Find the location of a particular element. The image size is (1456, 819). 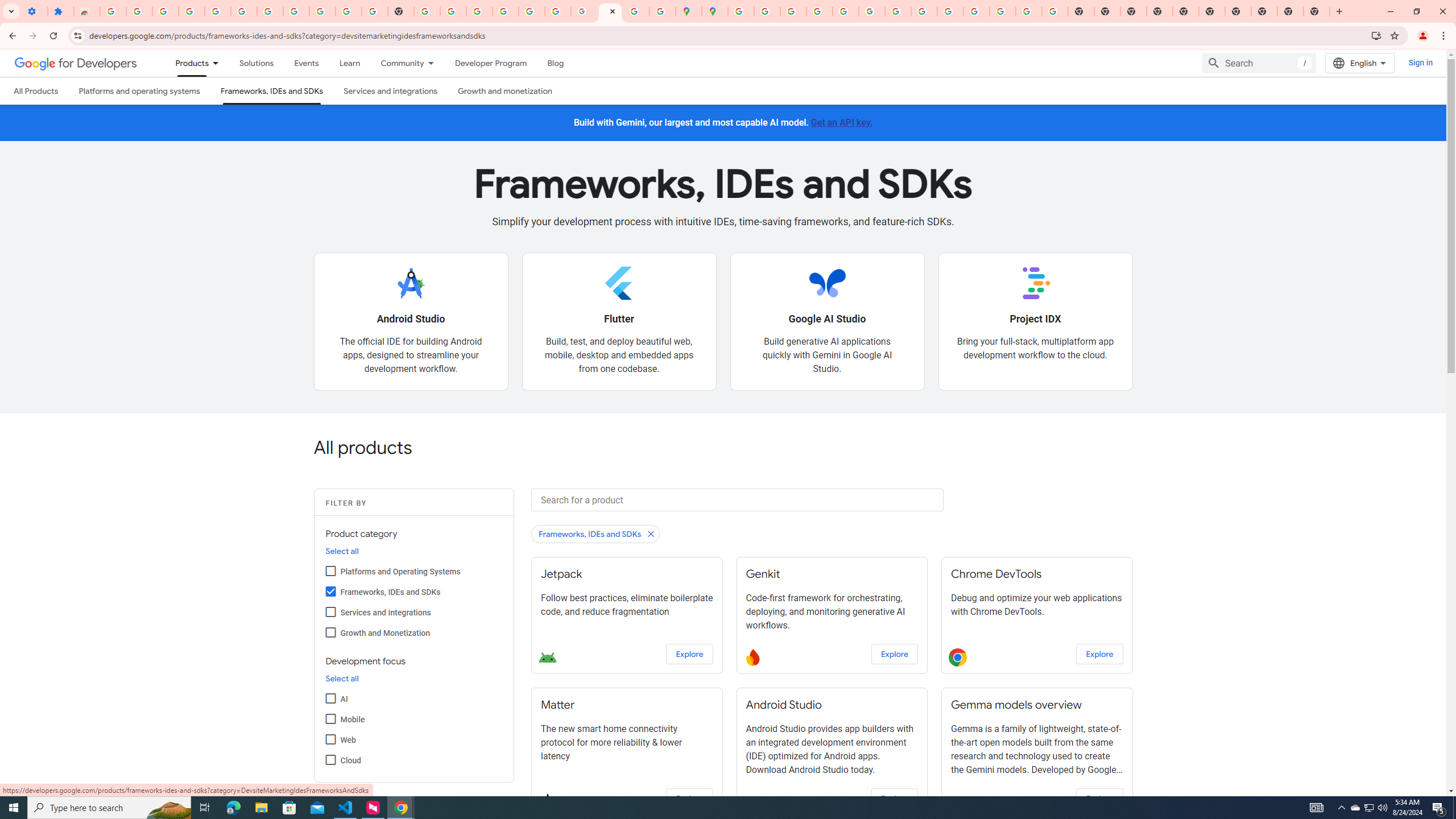

'Delete photos & videos - Computer - Google Photos Help' is located at coordinates (191, 11).